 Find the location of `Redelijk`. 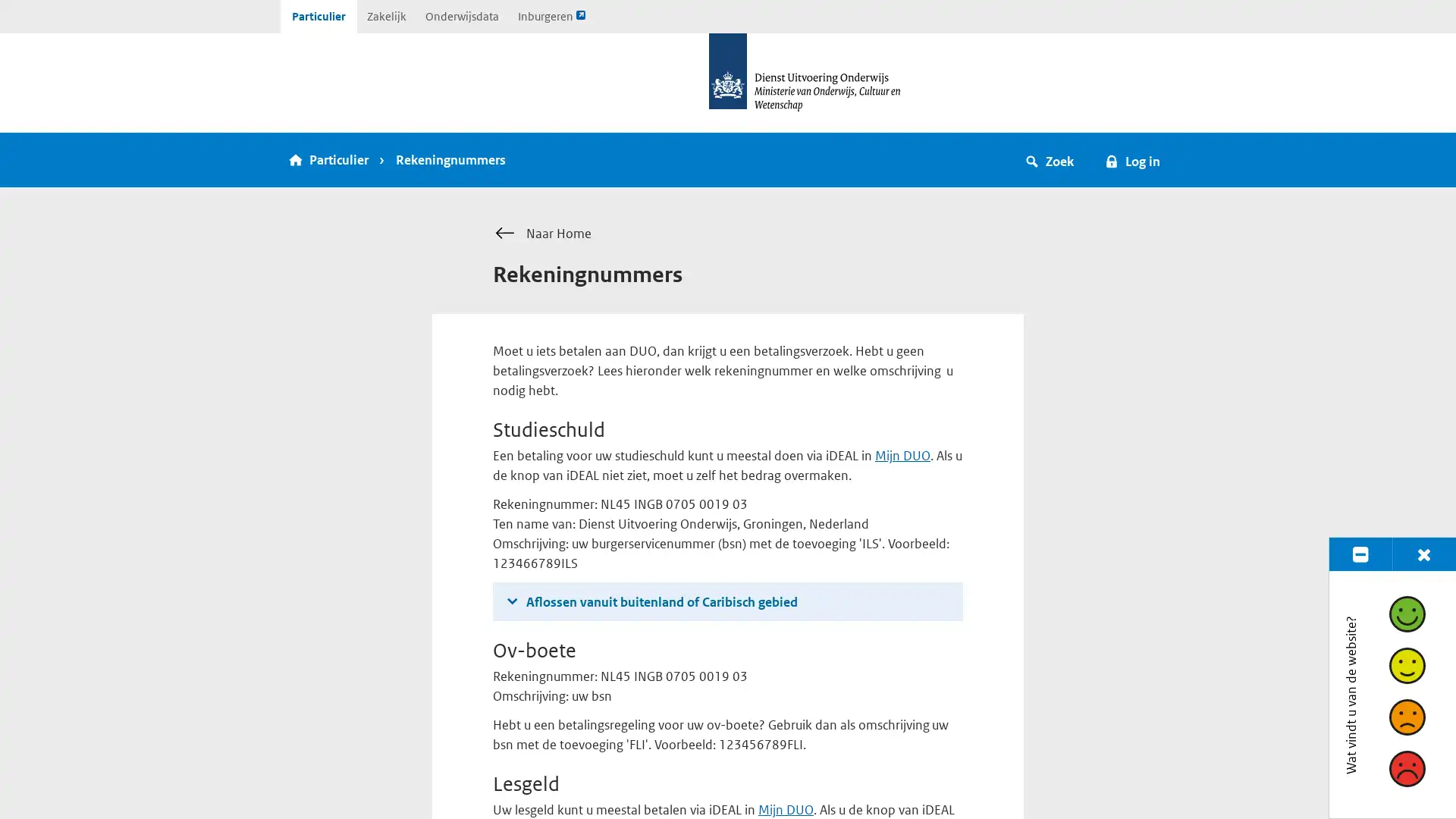

Redelijk is located at coordinates (1405, 664).